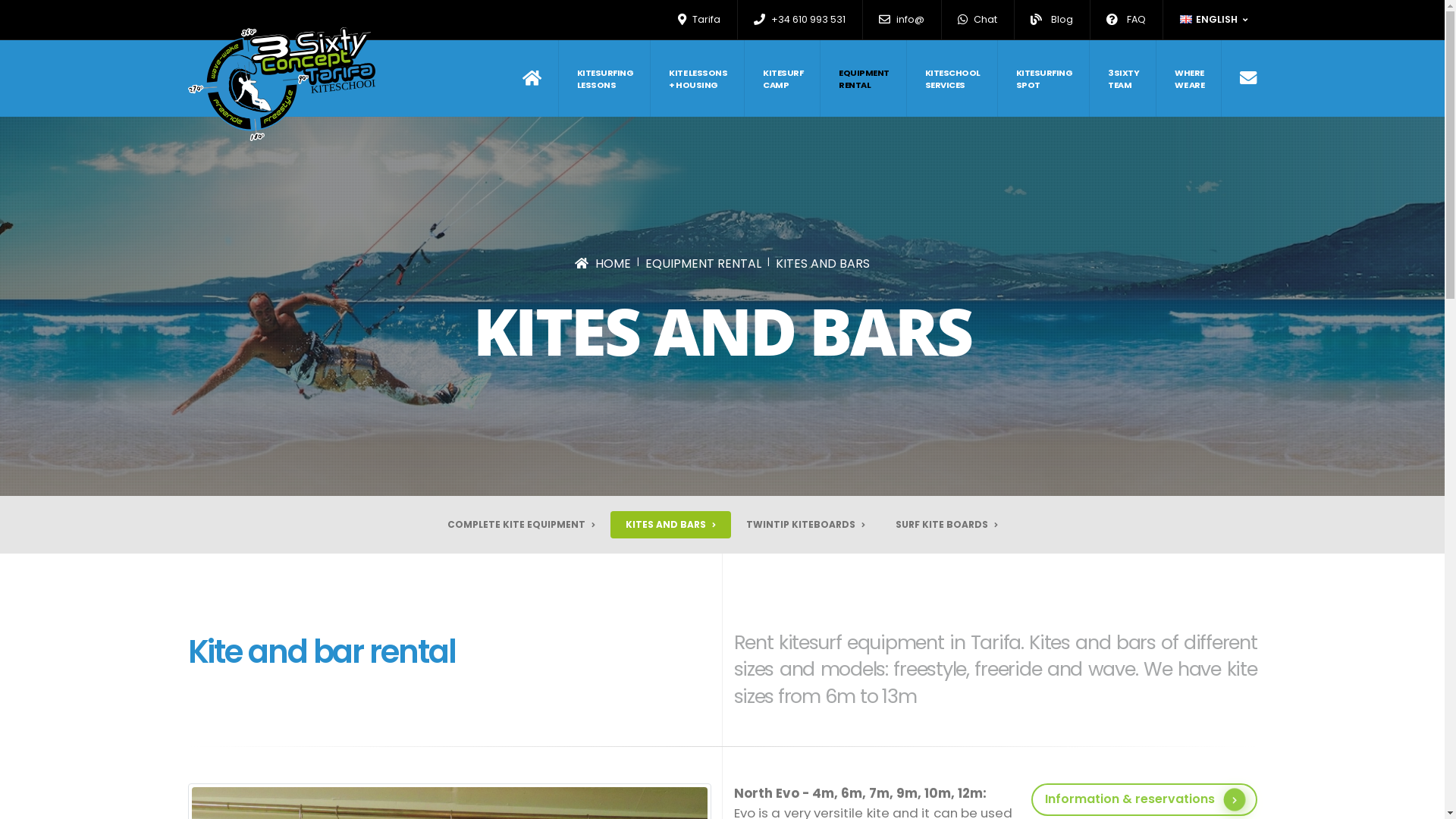 This screenshot has width=1456, height=819. Describe the element at coordinates (783, 78) in the screenshot. I see `'KITESURF CAMP'` at that location.